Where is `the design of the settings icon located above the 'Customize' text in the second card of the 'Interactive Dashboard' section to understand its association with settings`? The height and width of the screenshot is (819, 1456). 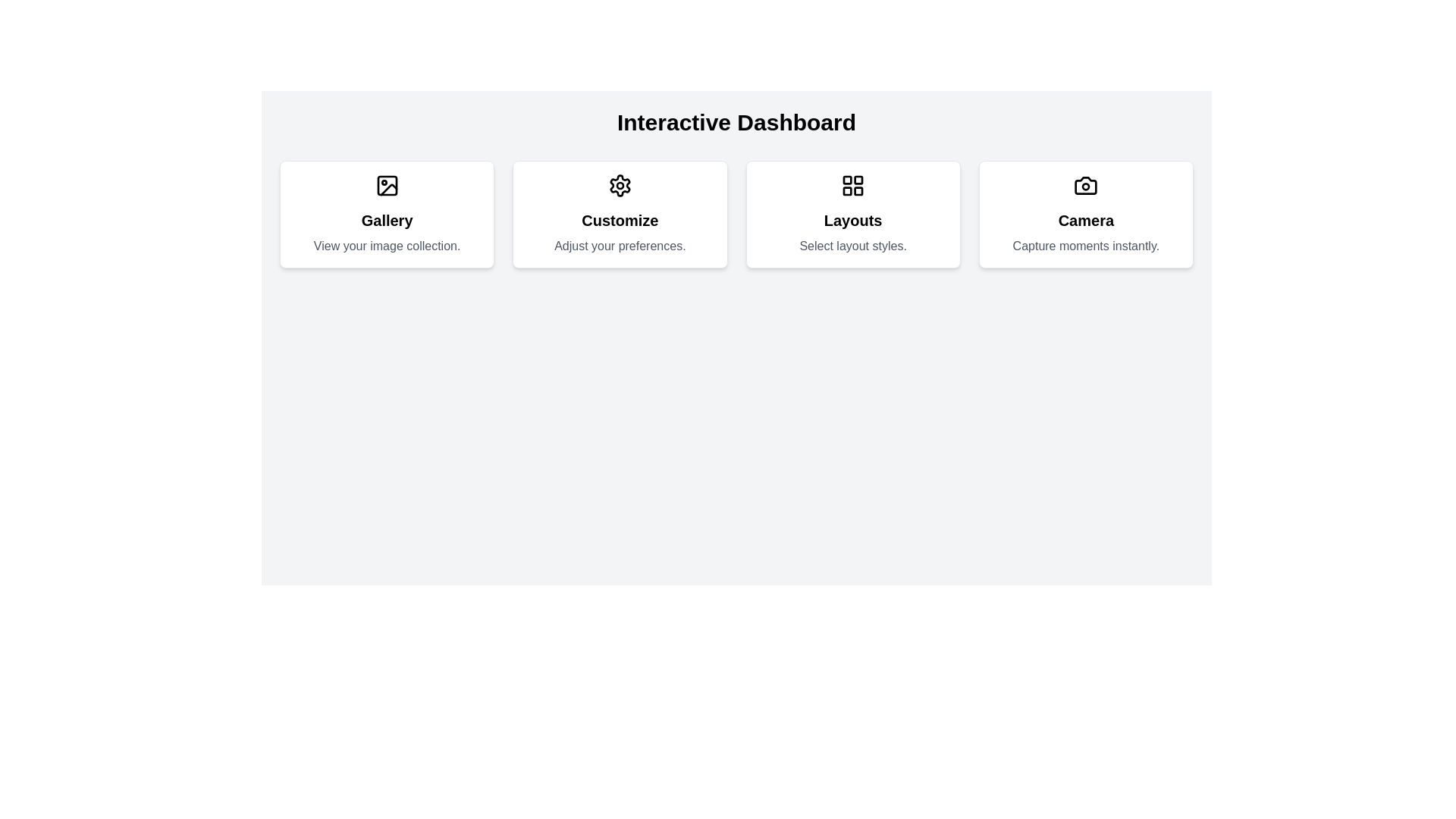 the design of the settings icon located above the 'Customize' text in the second card of the 'Interactive Dashboard' section to understand its association with settings is located at coordinates (620, 185).